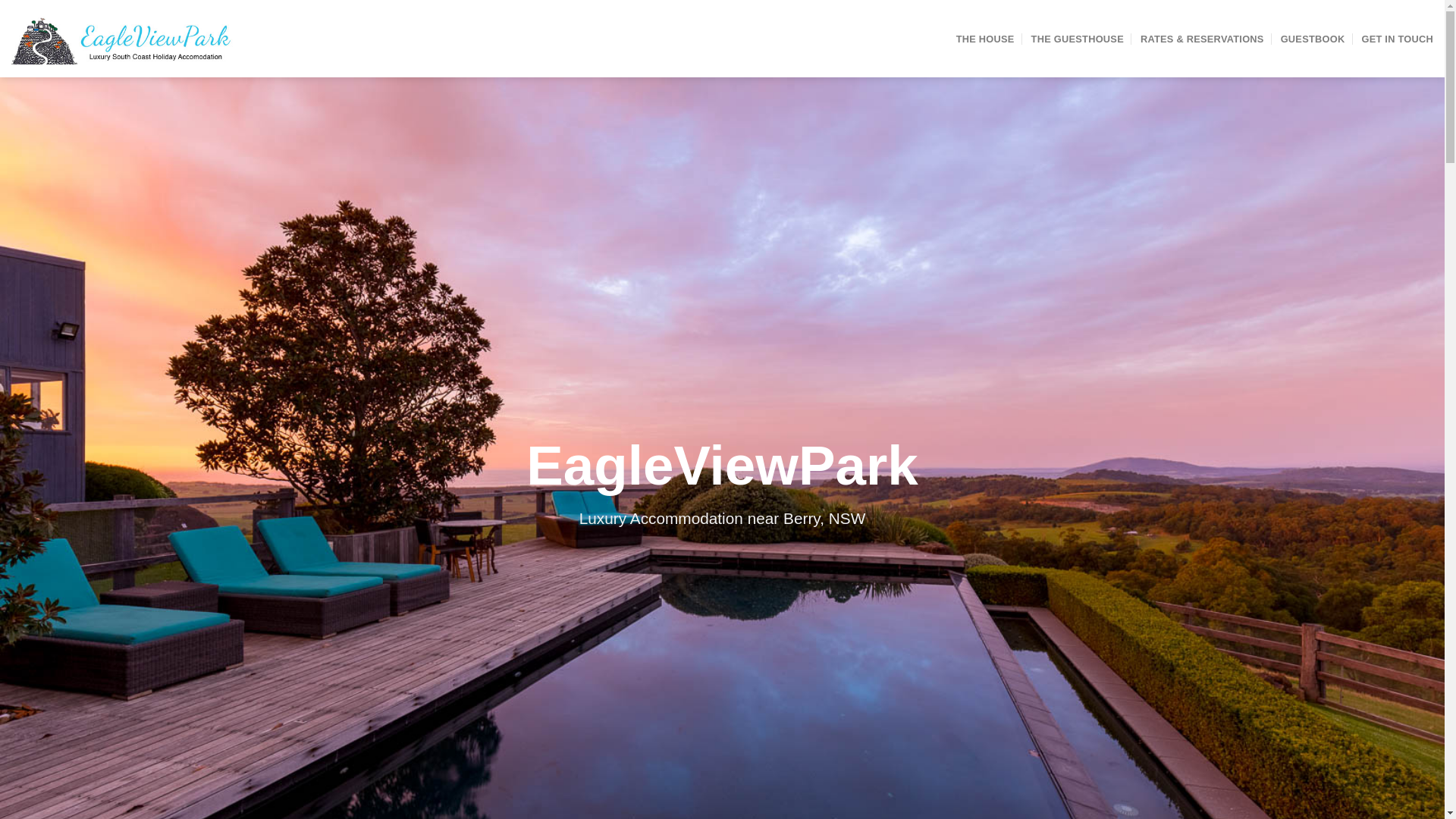 The image size is (1456, 819). Describe the element at coordinates (1396, 37) in the screenshot. I see `'GET IN TOUCH'` at that location.